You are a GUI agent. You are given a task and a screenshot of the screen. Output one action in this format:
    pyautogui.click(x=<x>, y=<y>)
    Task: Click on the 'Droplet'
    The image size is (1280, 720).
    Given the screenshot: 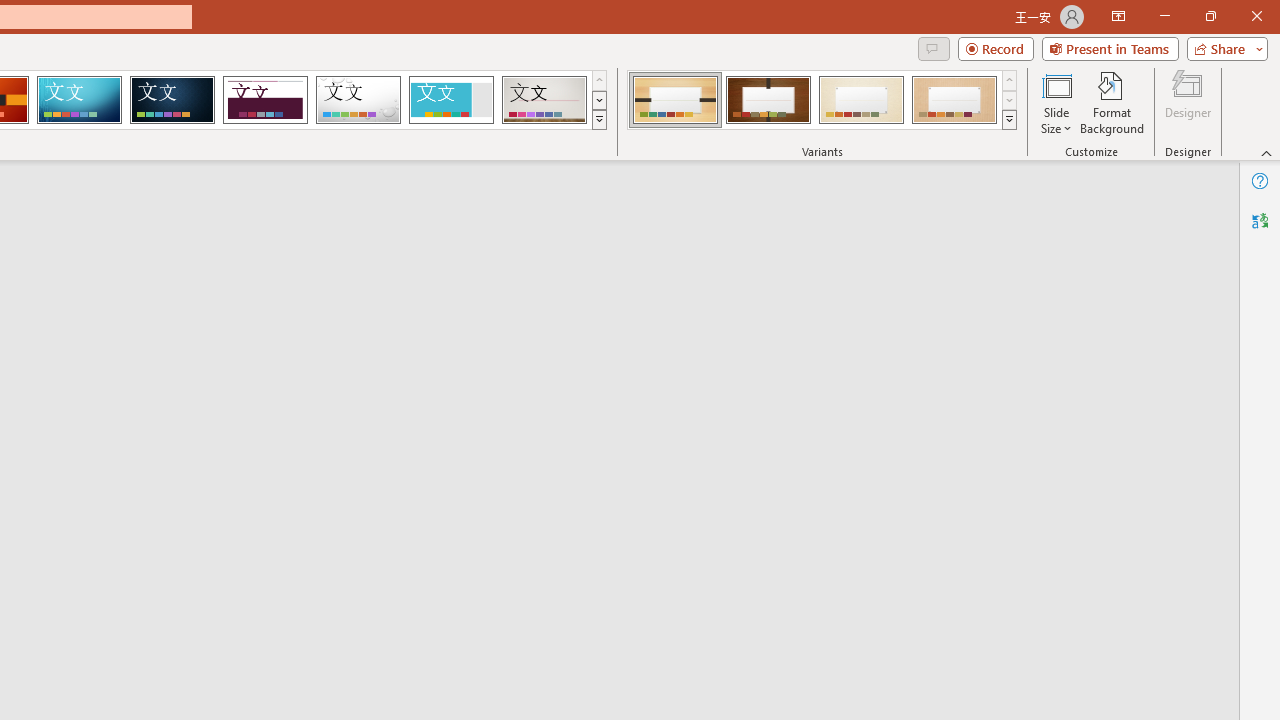 What is the action you would take?
    pyautogui.click(x=358, y=100)
    